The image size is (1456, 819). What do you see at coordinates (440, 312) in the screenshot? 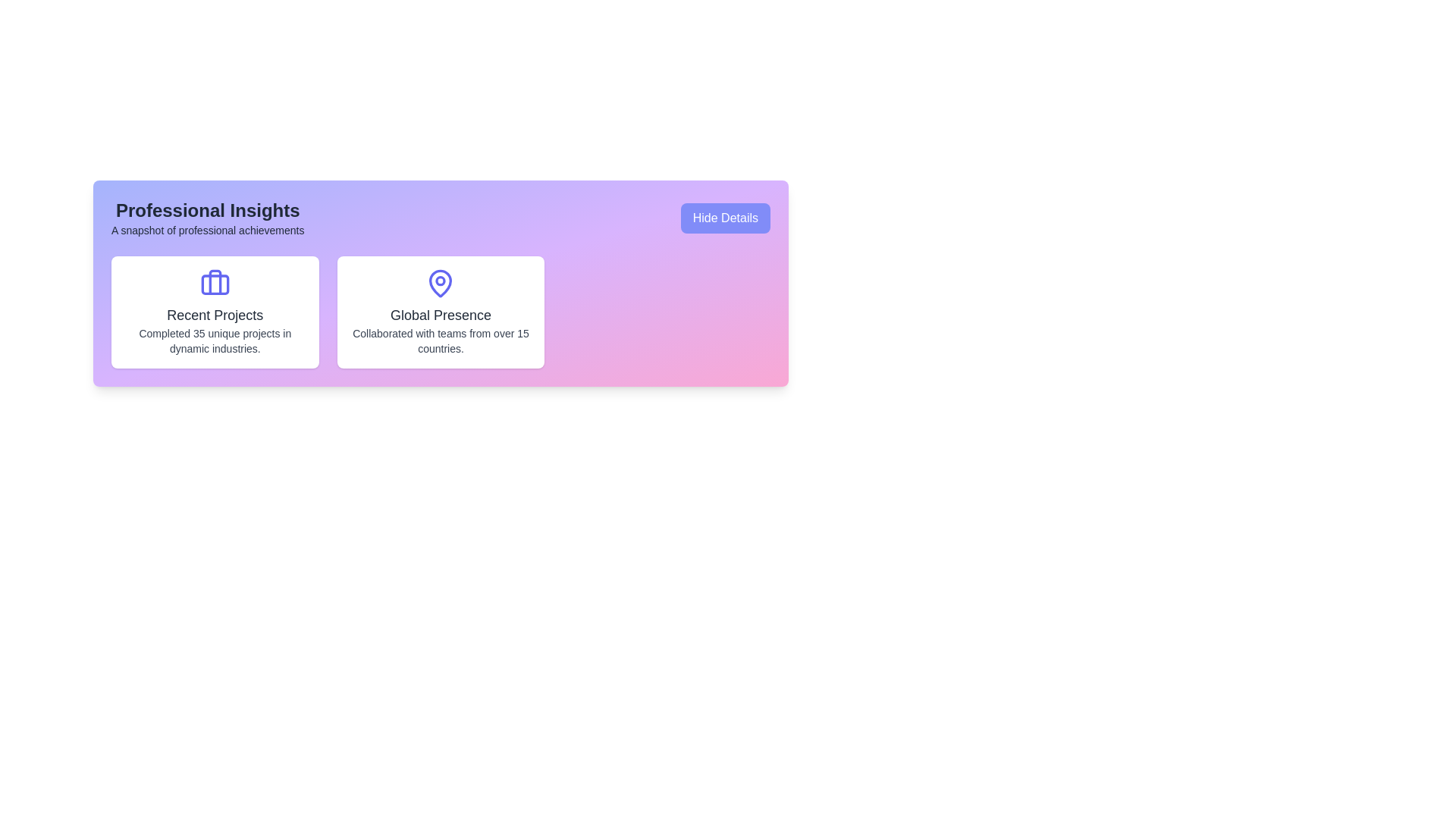
I see `text contained in the Informational card that emphasizes 'Global Presence', which is the second card in a series of three horizontally aligned cards with a gradient background` at bounding box center [440, 312].